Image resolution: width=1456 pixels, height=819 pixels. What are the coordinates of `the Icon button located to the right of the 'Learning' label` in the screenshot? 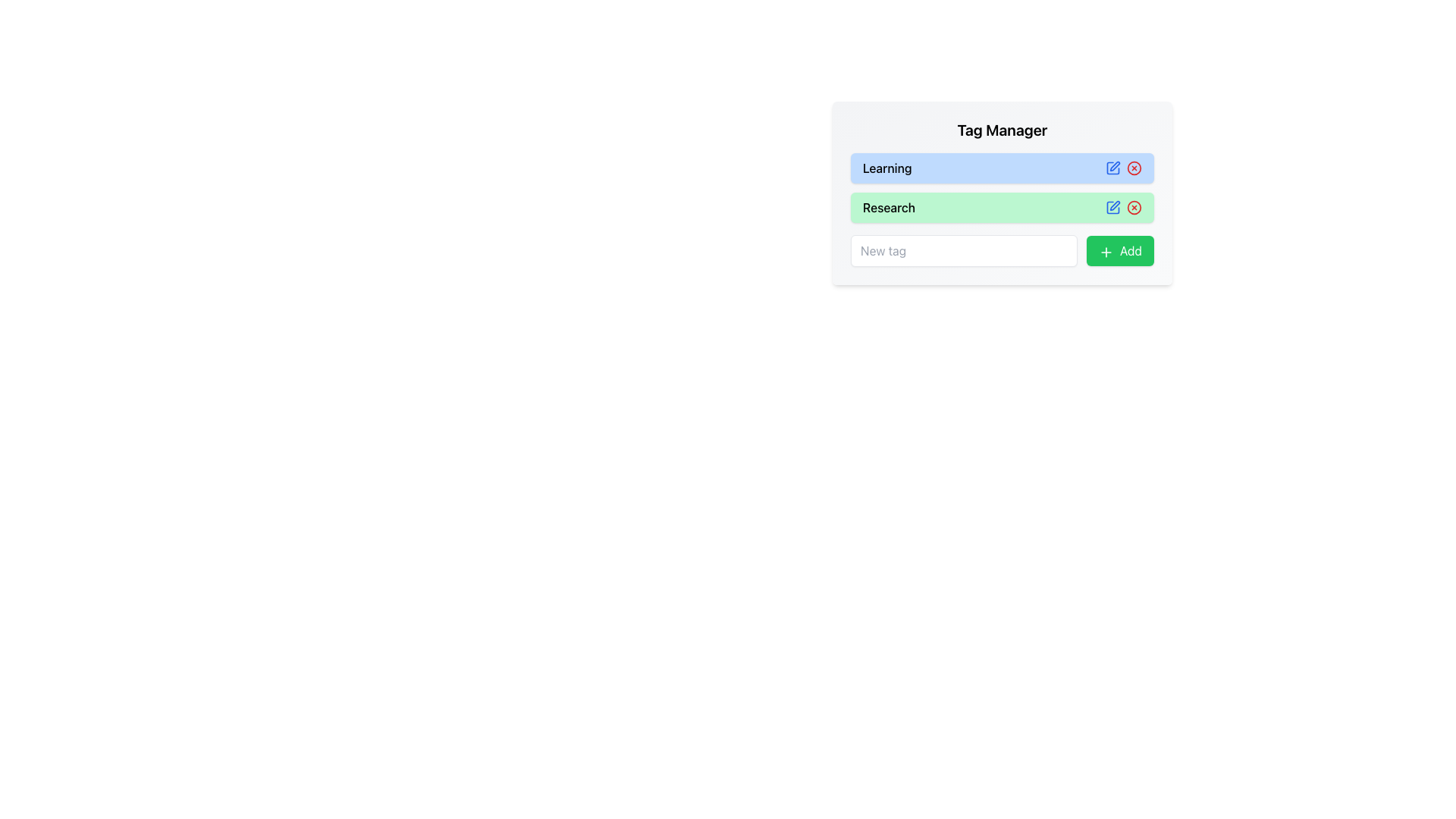 It's located at (1113, 168).